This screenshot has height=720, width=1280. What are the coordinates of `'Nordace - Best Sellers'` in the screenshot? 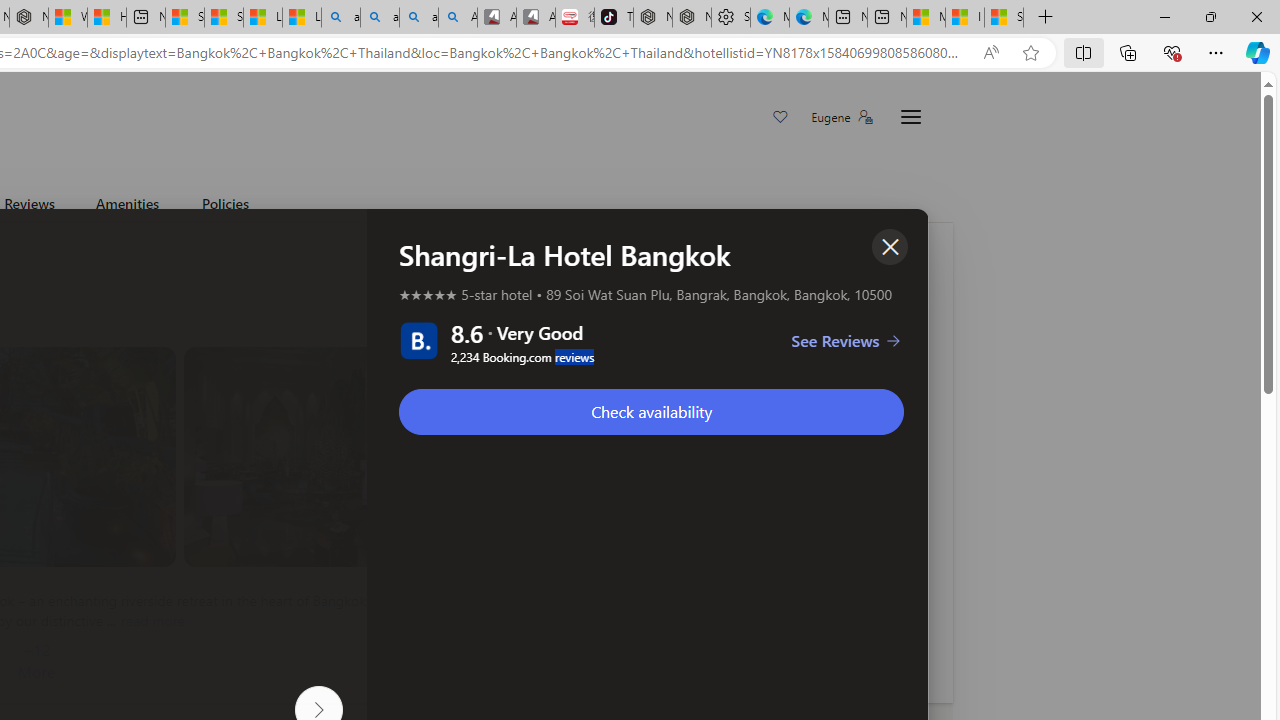 It's located at (652, 17).